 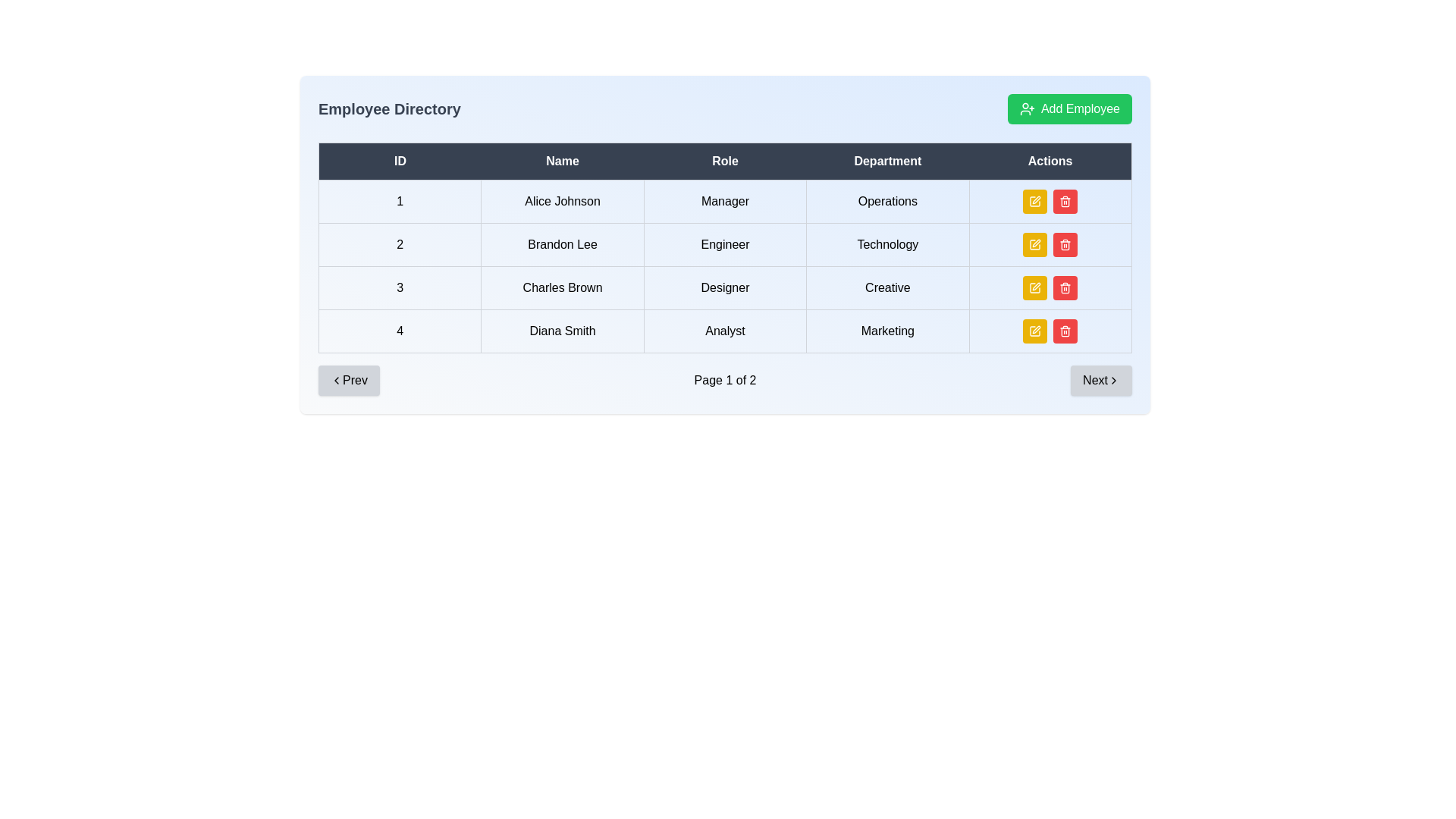 I want to click on the delete button located in the last column of the fourth row of the table to trigger tooltip or styling change, so click(x=1065, y=288).